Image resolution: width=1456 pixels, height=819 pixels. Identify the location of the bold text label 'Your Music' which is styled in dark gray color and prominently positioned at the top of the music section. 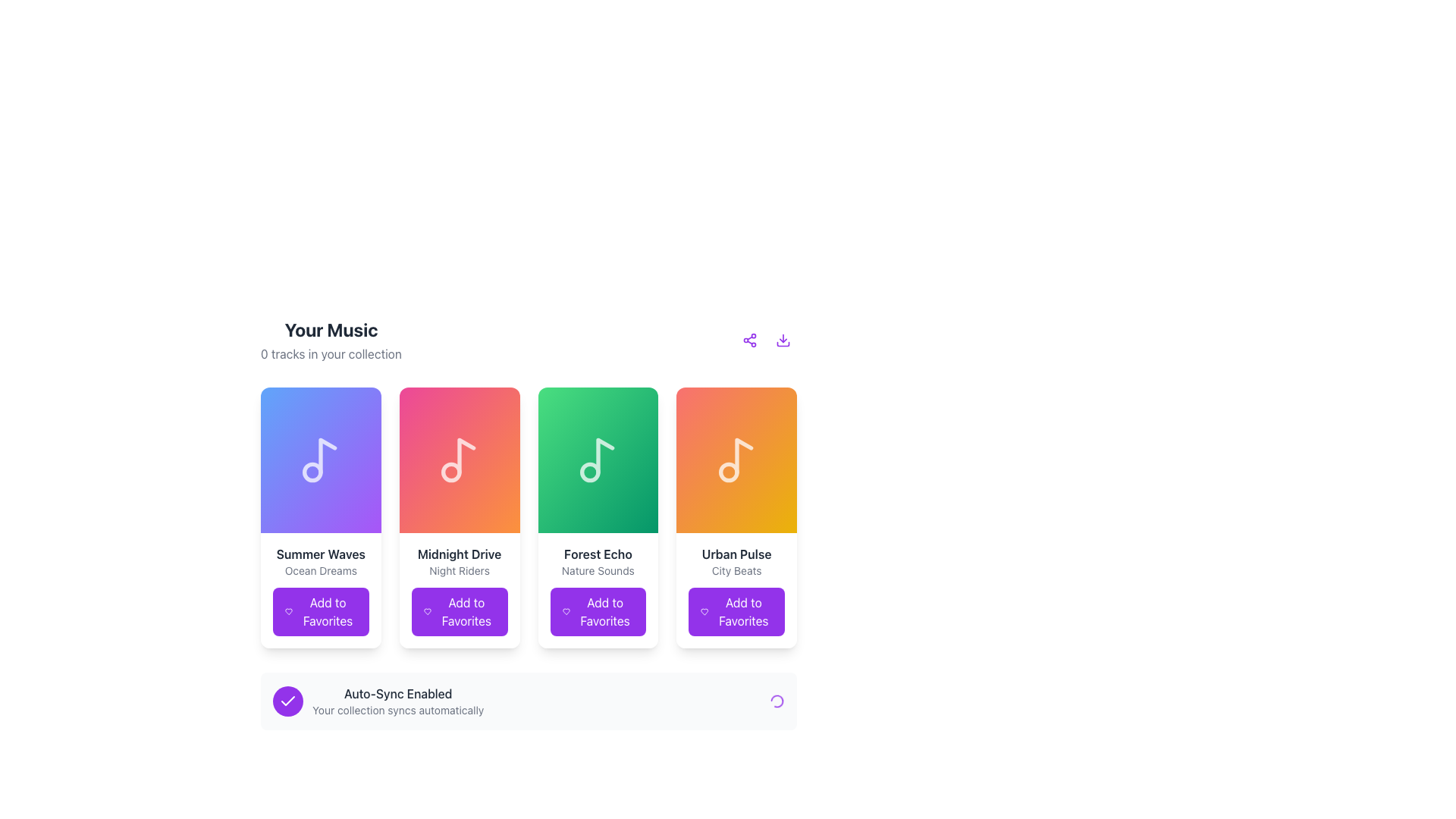
(330, 329).